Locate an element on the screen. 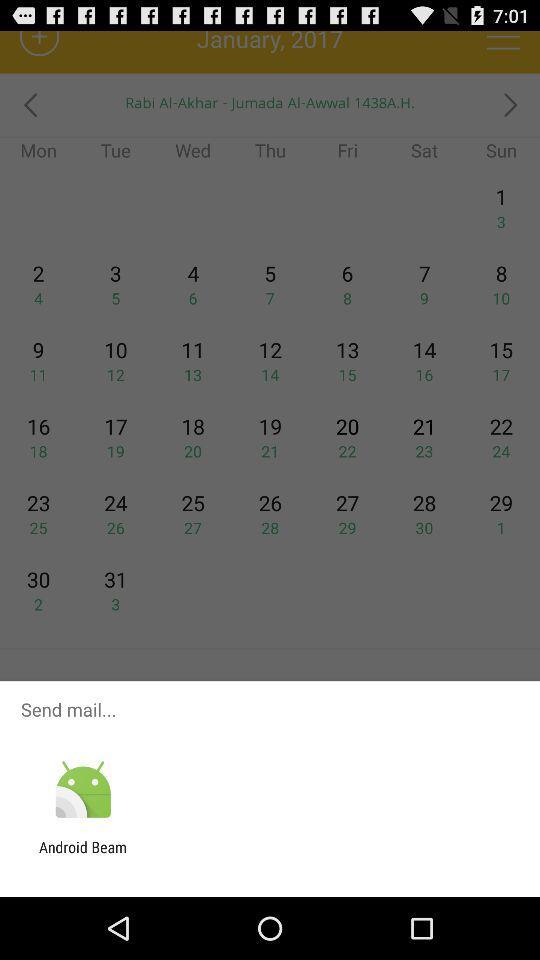 Image resolution: width=540 pixels, height=960 pixels. the app below send mail... icon is located at coordinates (82, 790).